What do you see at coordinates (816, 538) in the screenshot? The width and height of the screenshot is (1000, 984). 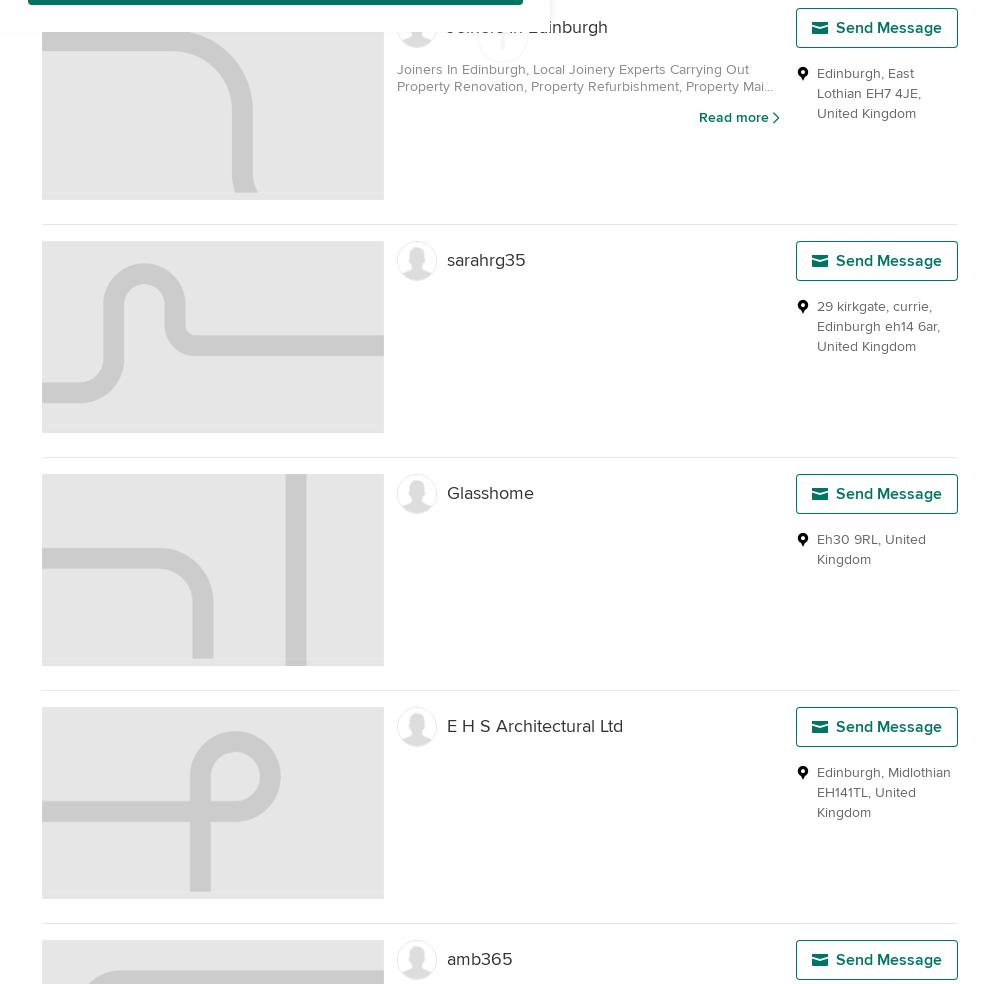 I see `'Eh30 9RL'` at bounding box center [816, 538].